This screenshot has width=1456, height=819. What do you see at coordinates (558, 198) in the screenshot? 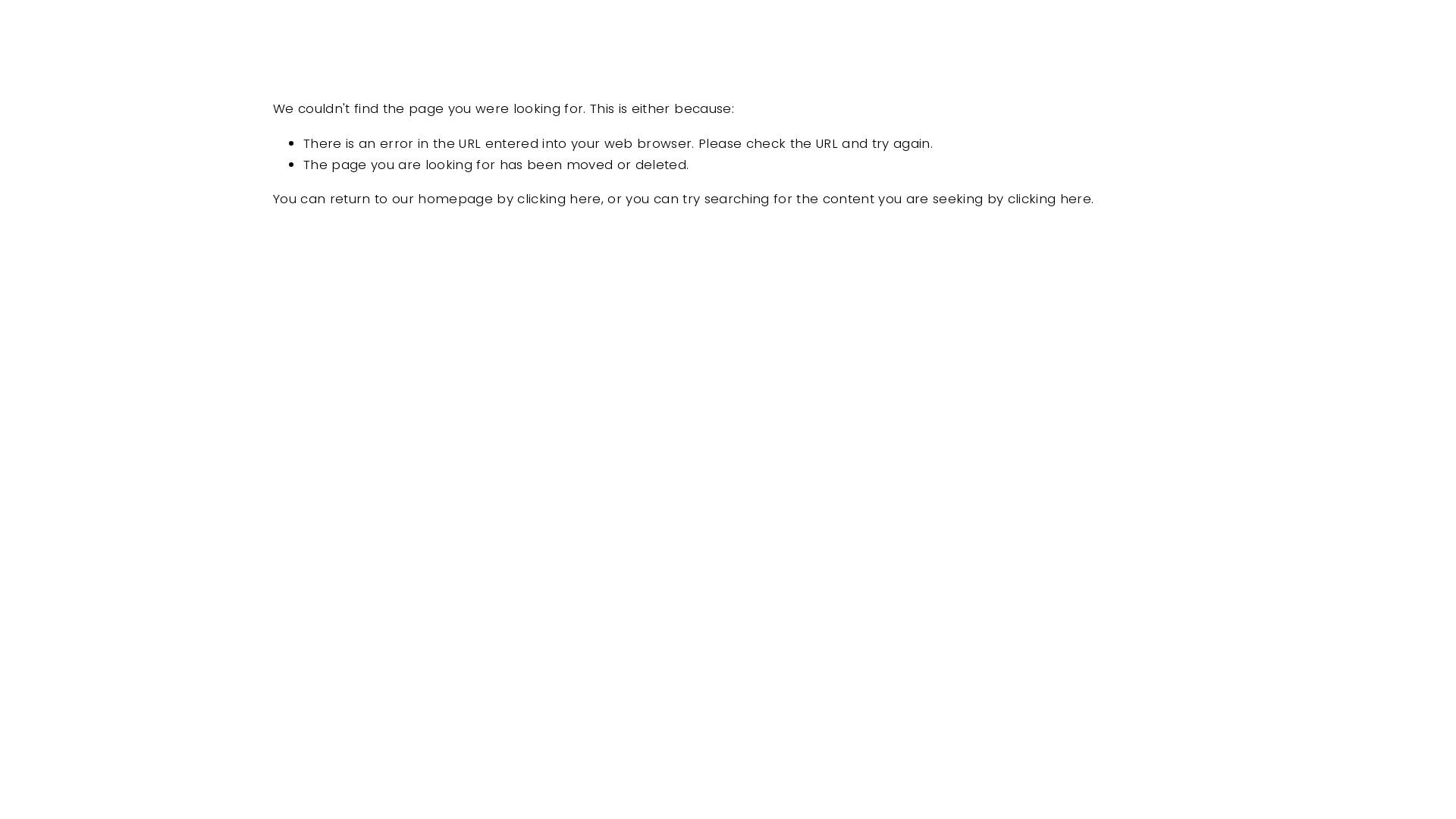
I see `'clicking here'` at bounding box center [558, 198].